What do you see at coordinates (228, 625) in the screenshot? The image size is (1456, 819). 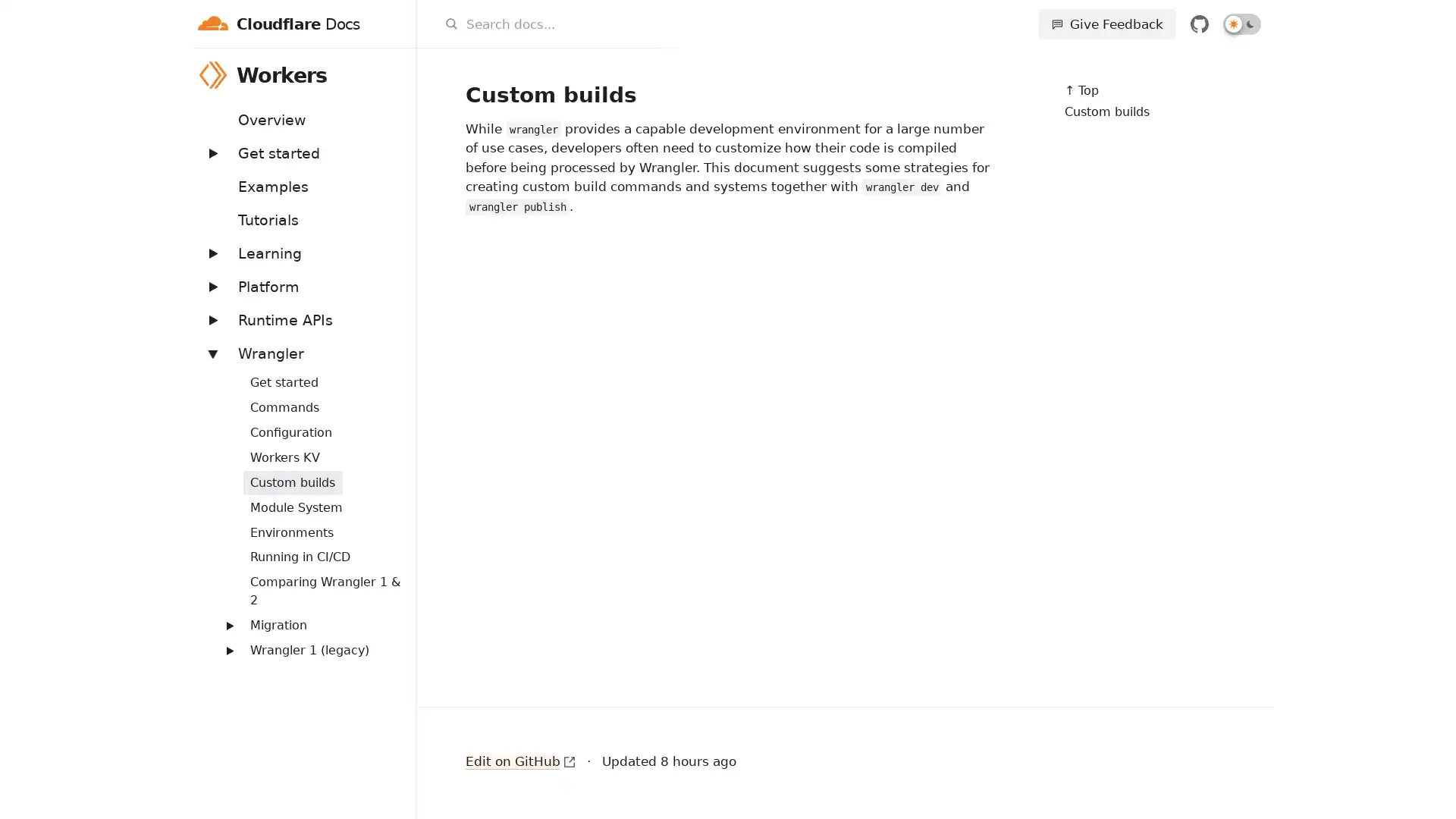 I see `Expand: Migration` at bounding box center [228, 625].